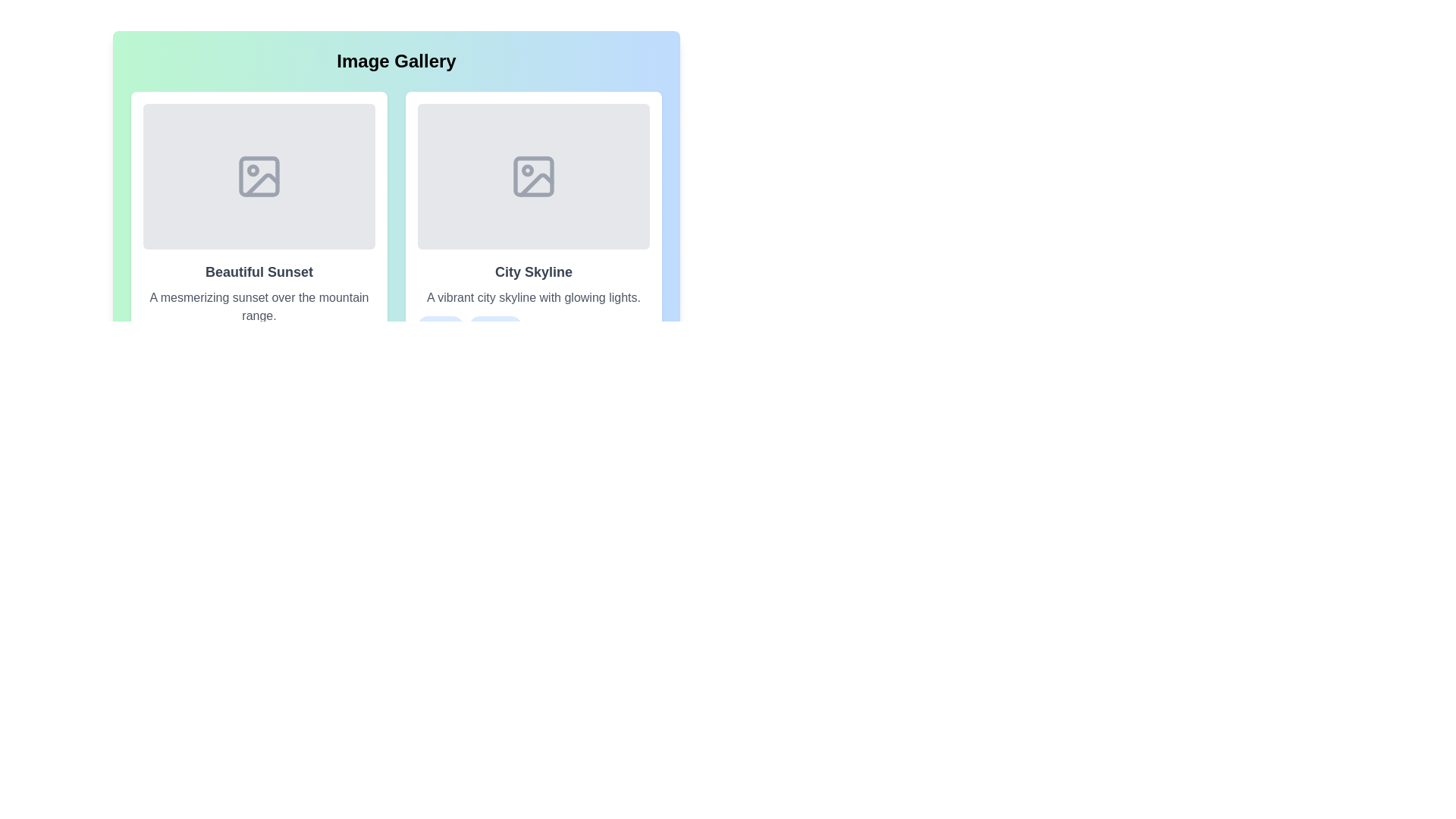 The width and height of the screenshot is (1456, 819). What do you see at coordinates (439, 326) in the screenshot?
I see `the tag City from the card gallery` at bounding box center [439, 326].